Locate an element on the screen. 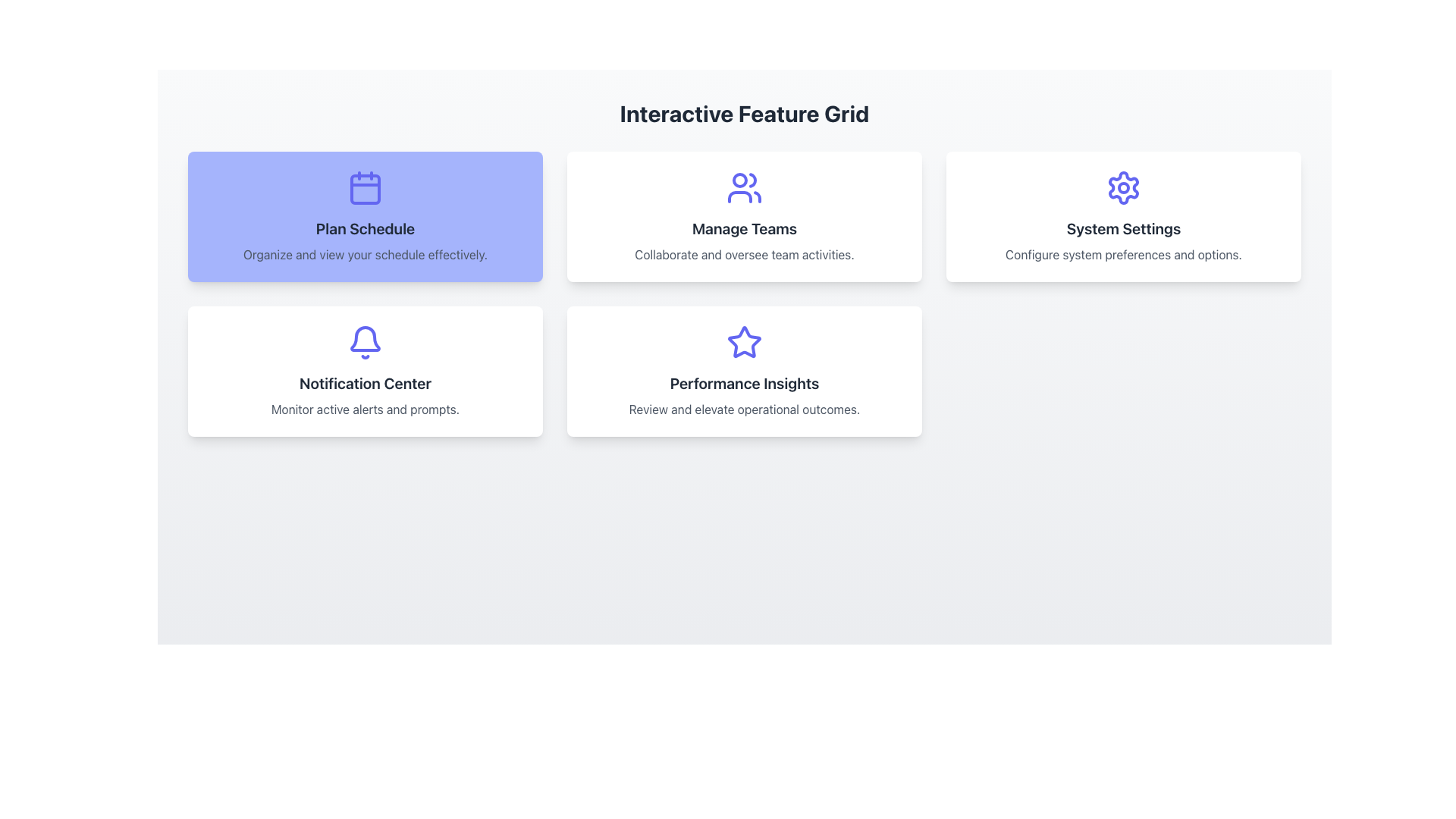 This screenshot has height=819, width=1456. the Illustrative Icon (SVG) representing the 'Performance Insights' feature, located at the center of the card in the bottom row of the feature grid is located at coordinates (745, 342).